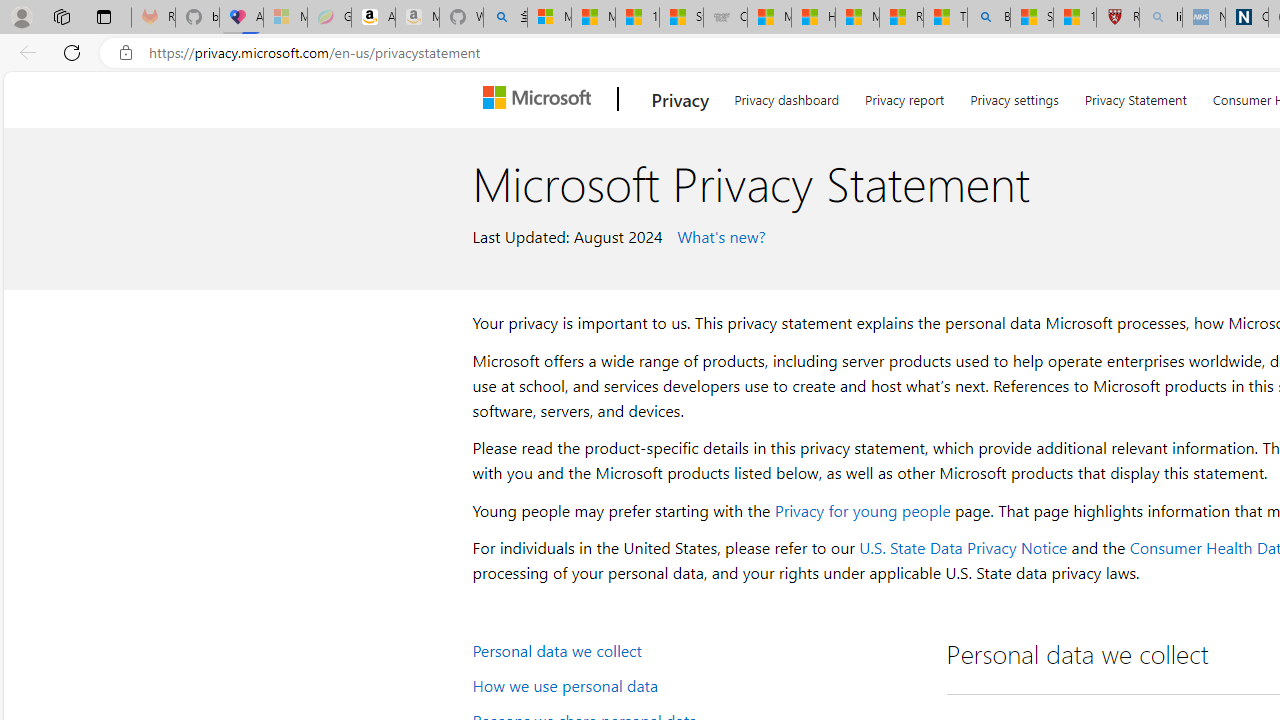 The width and height of the screenshot is (1280, 720). What do you see at coordinates (862, 509) in the screenshot?
I see `'Privacy for young people'` at bounding box center [862, 509].